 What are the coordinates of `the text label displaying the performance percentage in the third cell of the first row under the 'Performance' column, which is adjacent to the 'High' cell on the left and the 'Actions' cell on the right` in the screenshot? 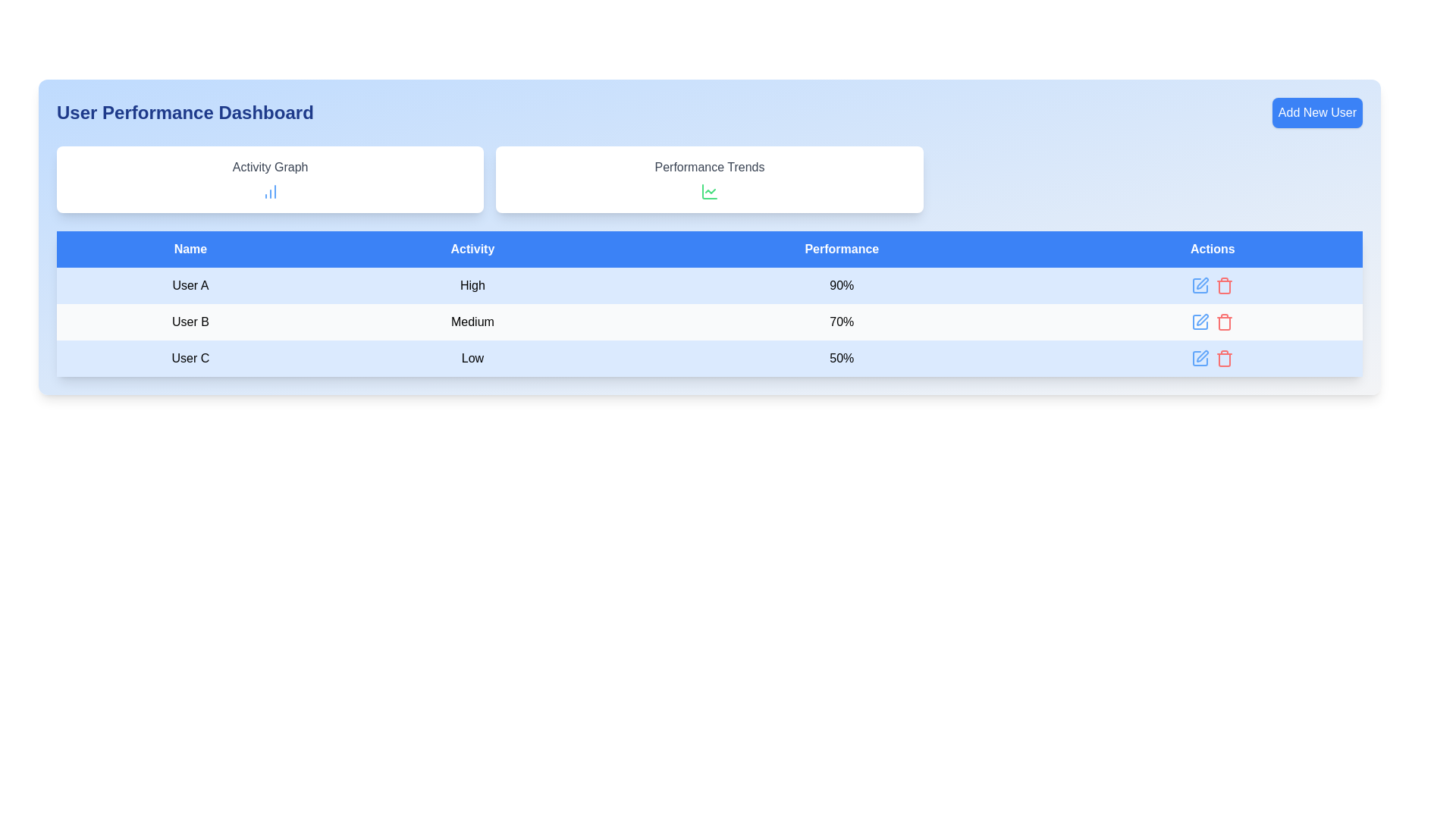 It's located at (841, 286).